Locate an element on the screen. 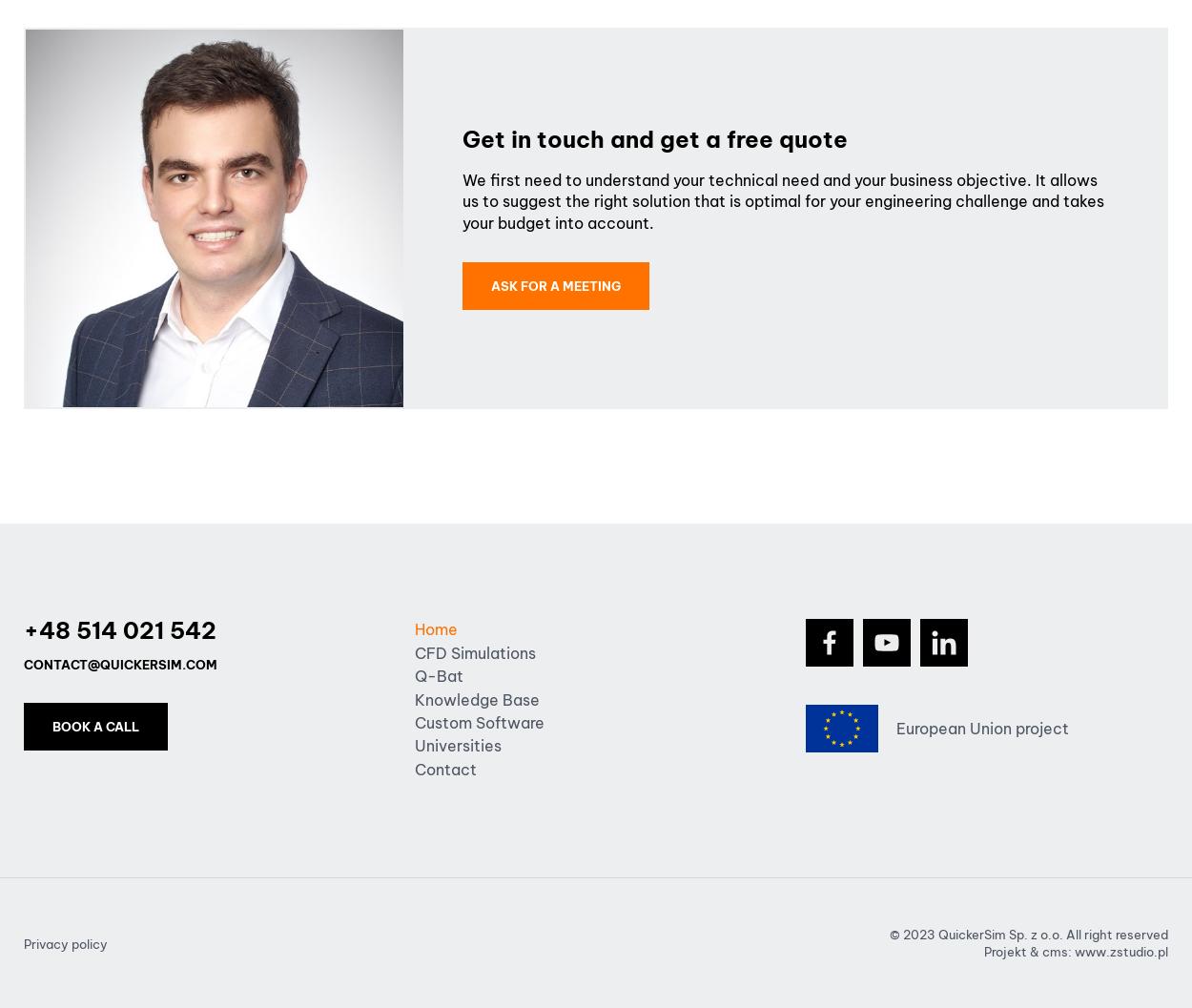  'Custom Software' is located at coordinates (480, 722).